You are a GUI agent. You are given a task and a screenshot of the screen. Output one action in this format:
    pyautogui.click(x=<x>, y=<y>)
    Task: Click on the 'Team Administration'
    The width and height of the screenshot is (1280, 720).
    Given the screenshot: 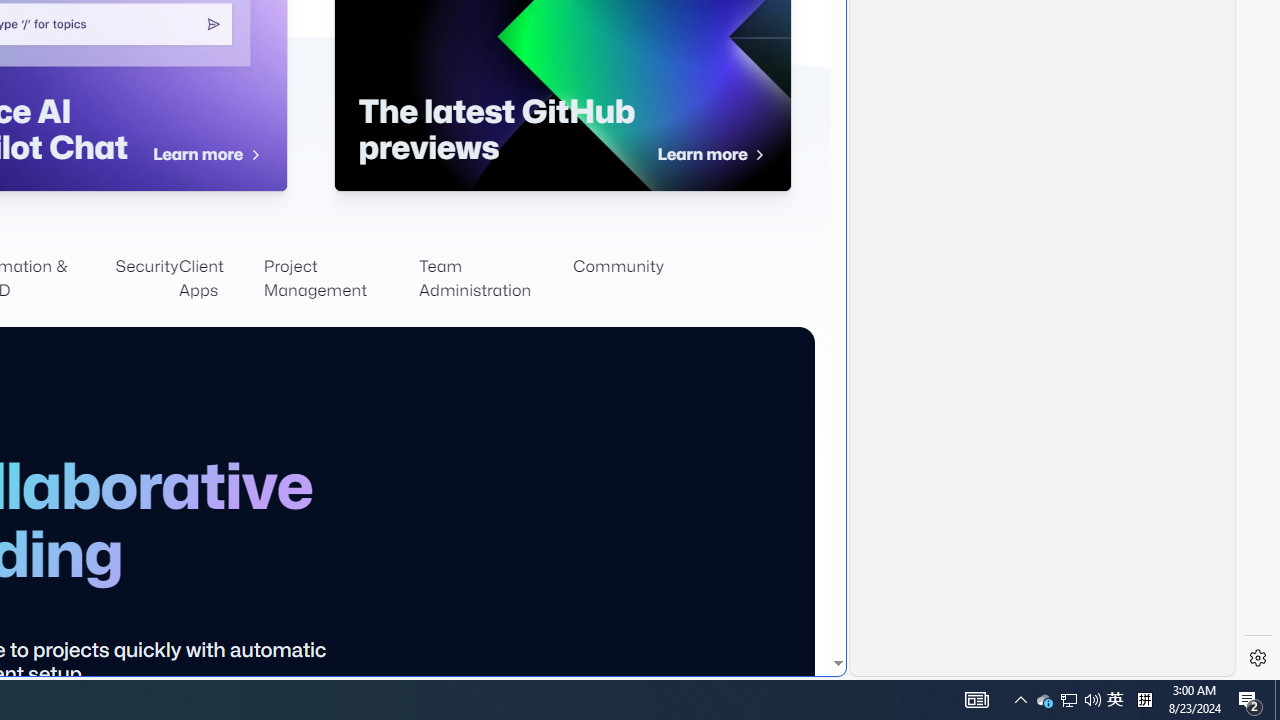 What is the action you would take?
    pyautogui.click(x=496, y=279)
    